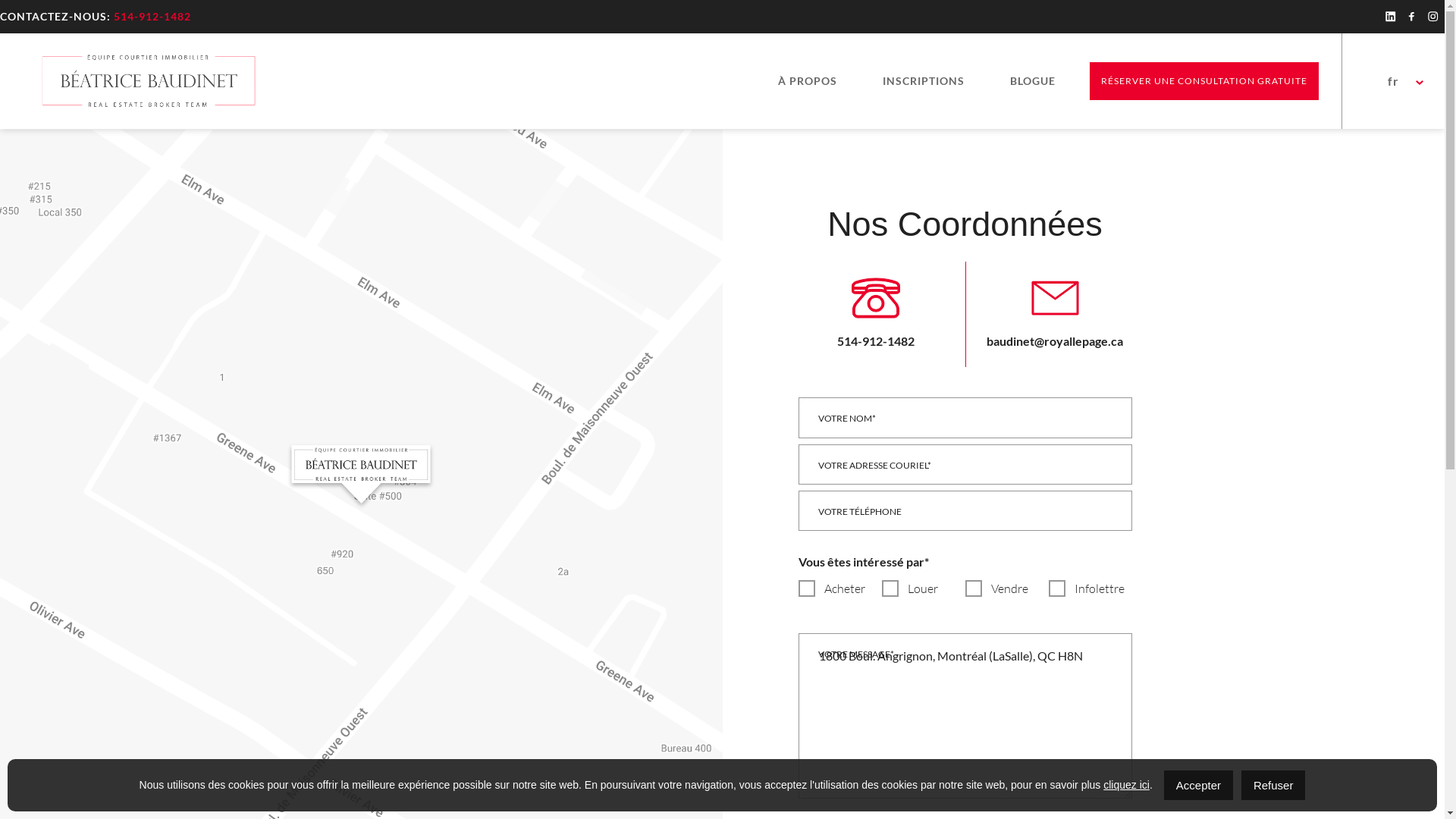 The width and height of the screenshot is (1456, 819). I want to click on 'RLP Heritage', so click(146, 81).